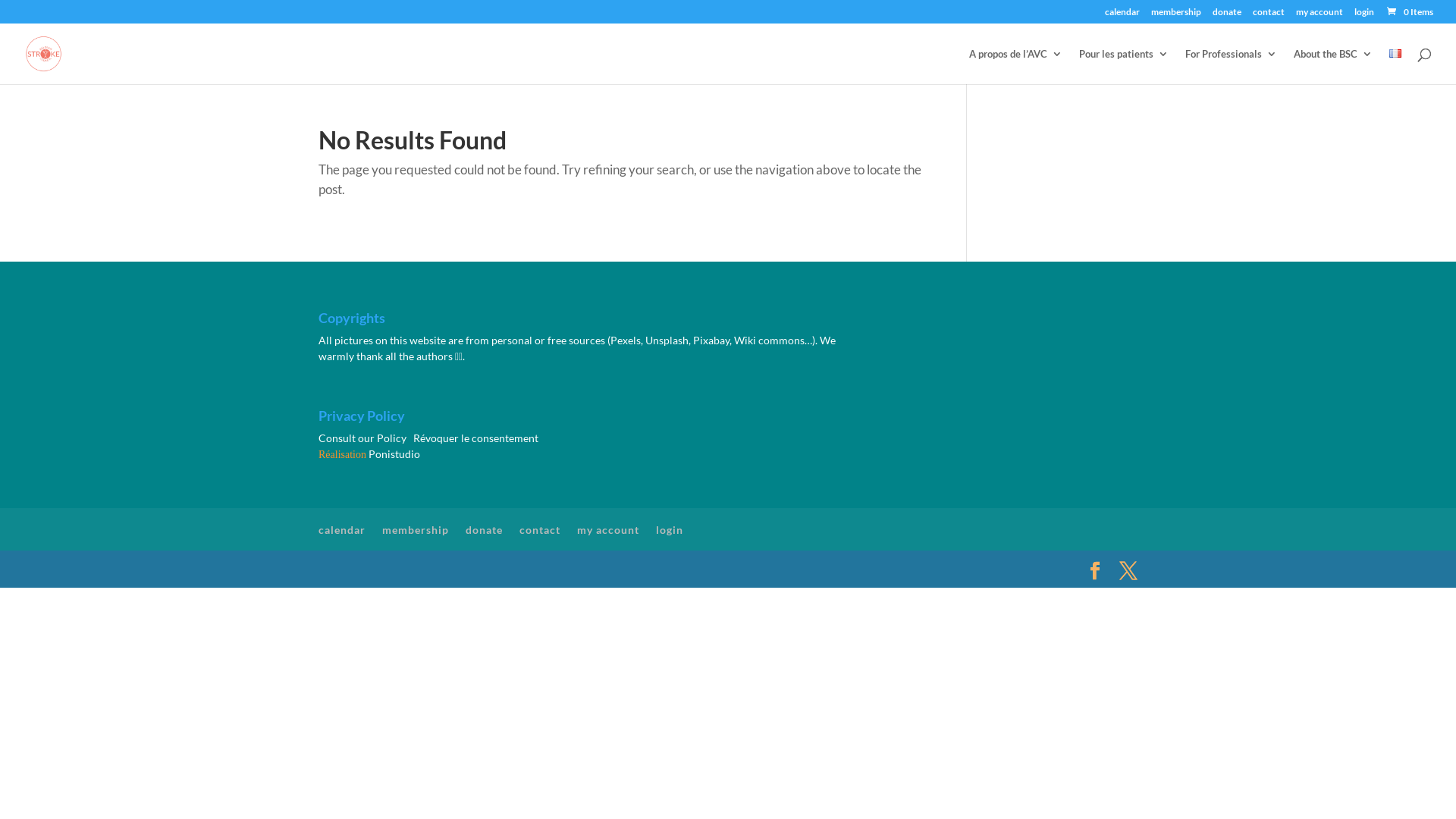  I want to click on 'calendar', so click(1122, 15).